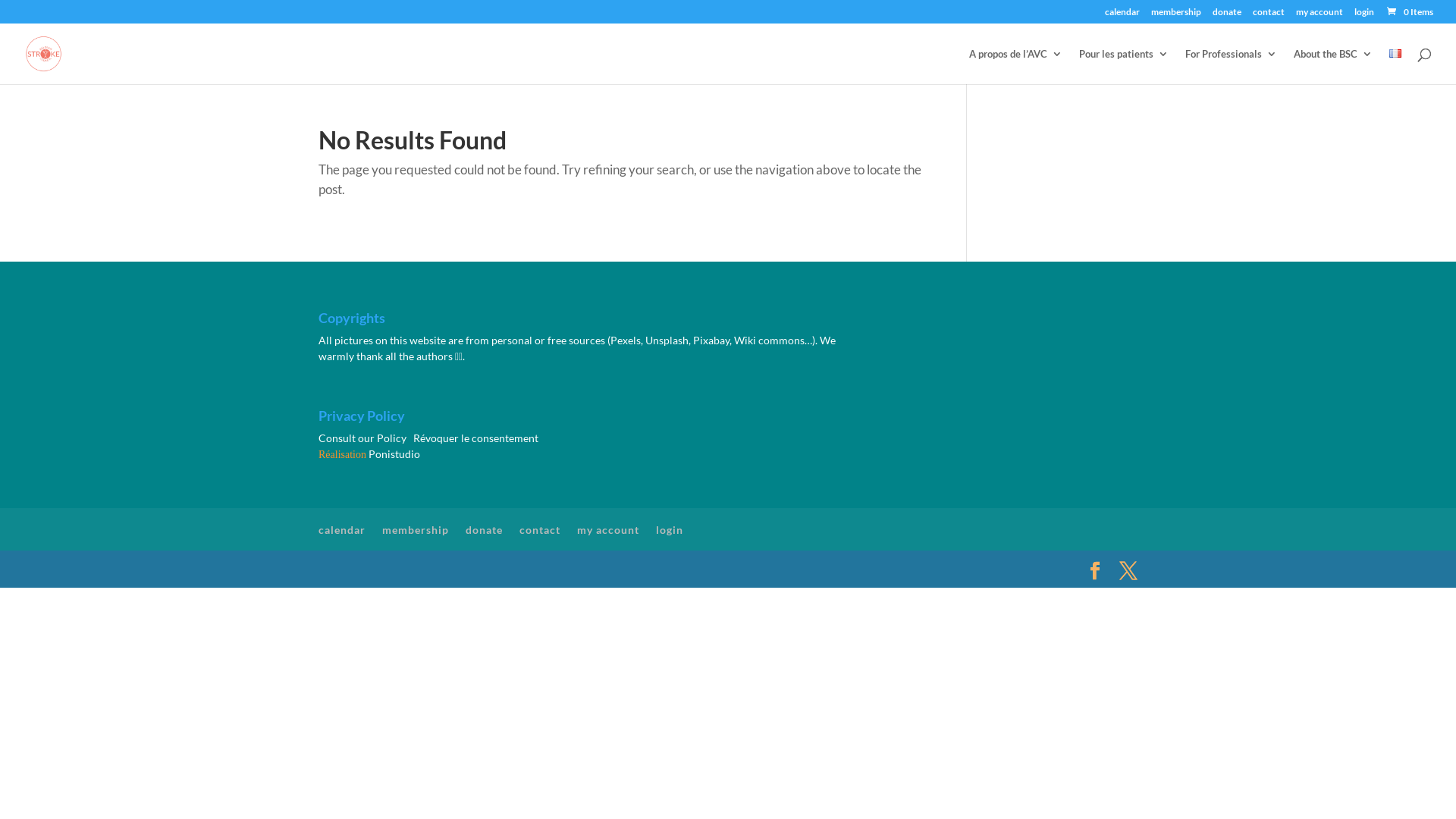  I want to click on 'calendar', so click(1122, 15).